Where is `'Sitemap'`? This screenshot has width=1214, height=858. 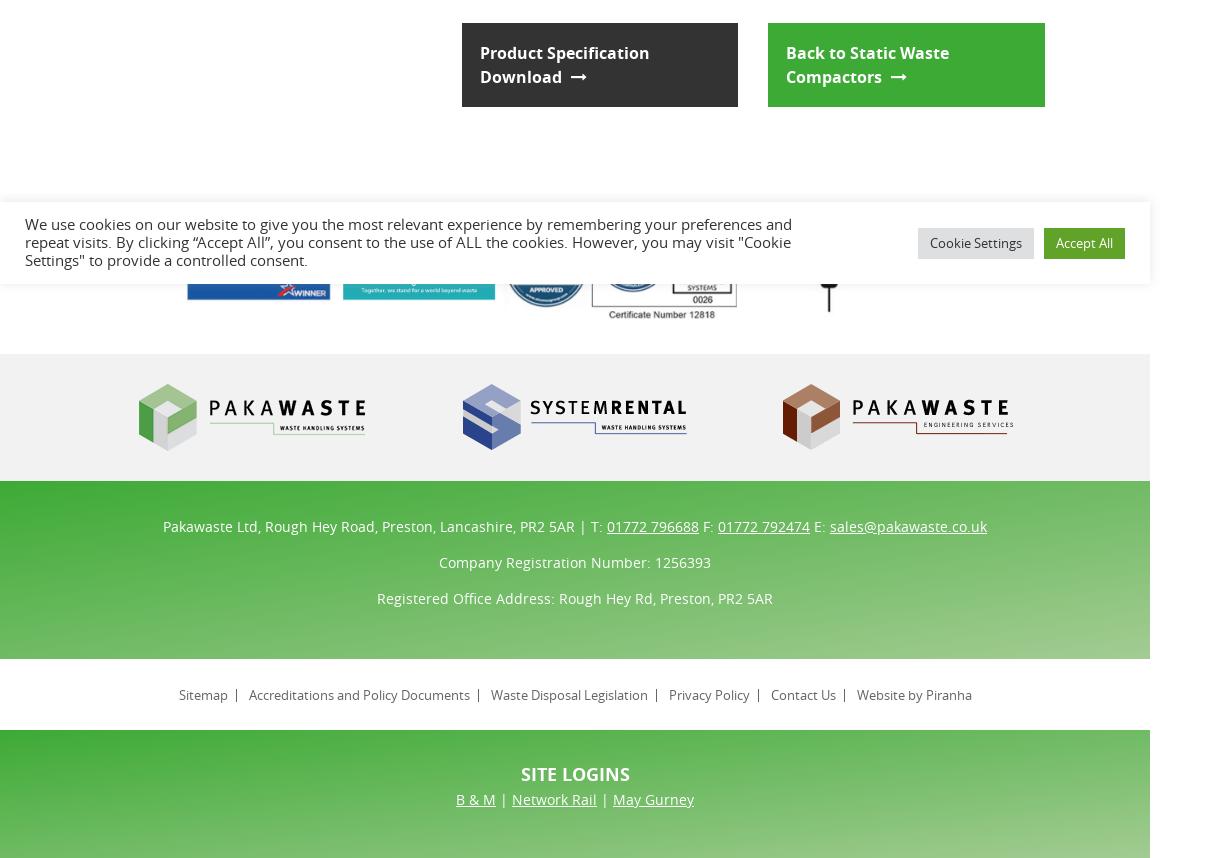
'Sitemap' is located at coordinates (202, 694).